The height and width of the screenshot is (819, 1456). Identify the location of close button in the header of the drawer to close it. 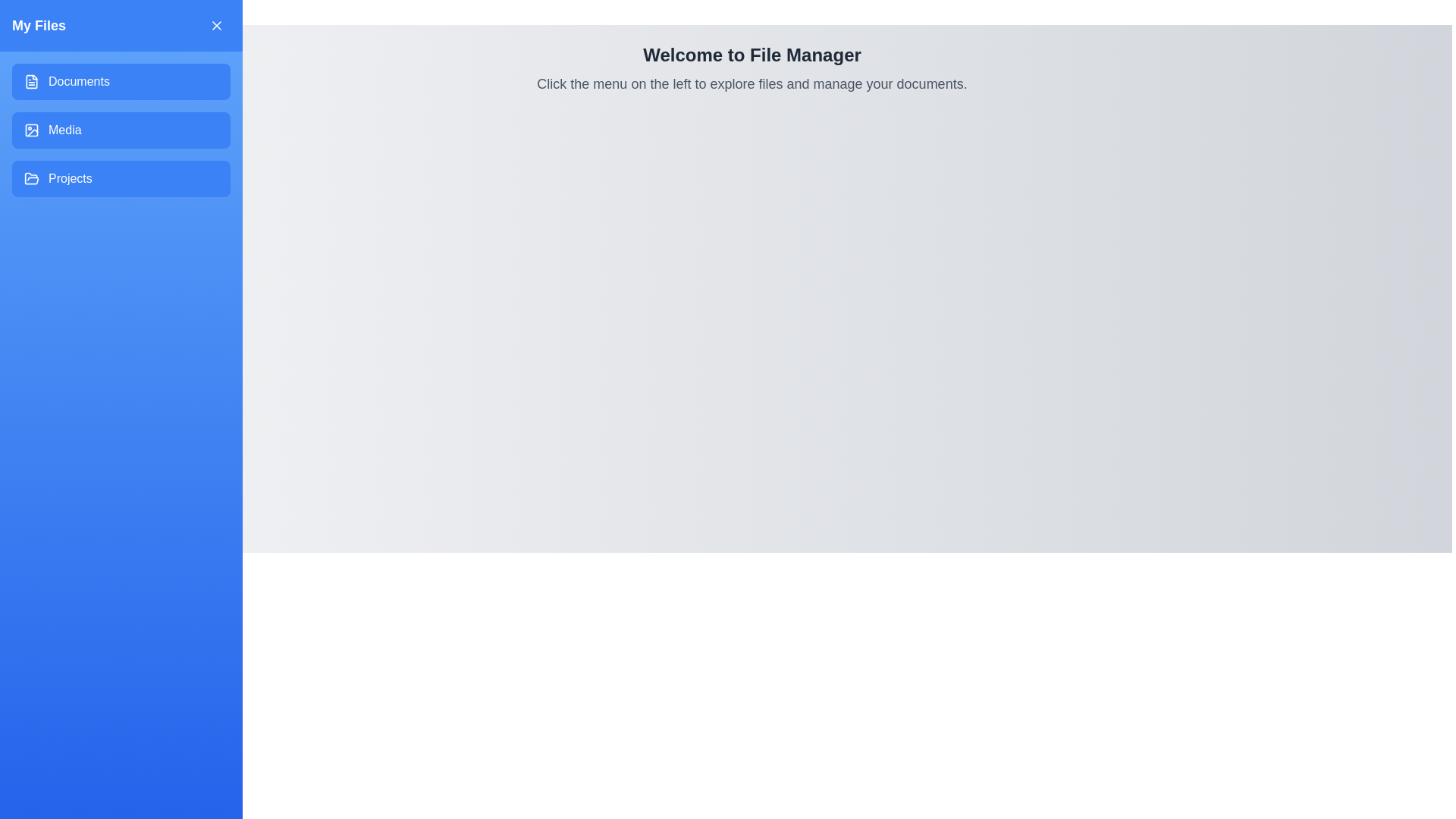
(216, 26).